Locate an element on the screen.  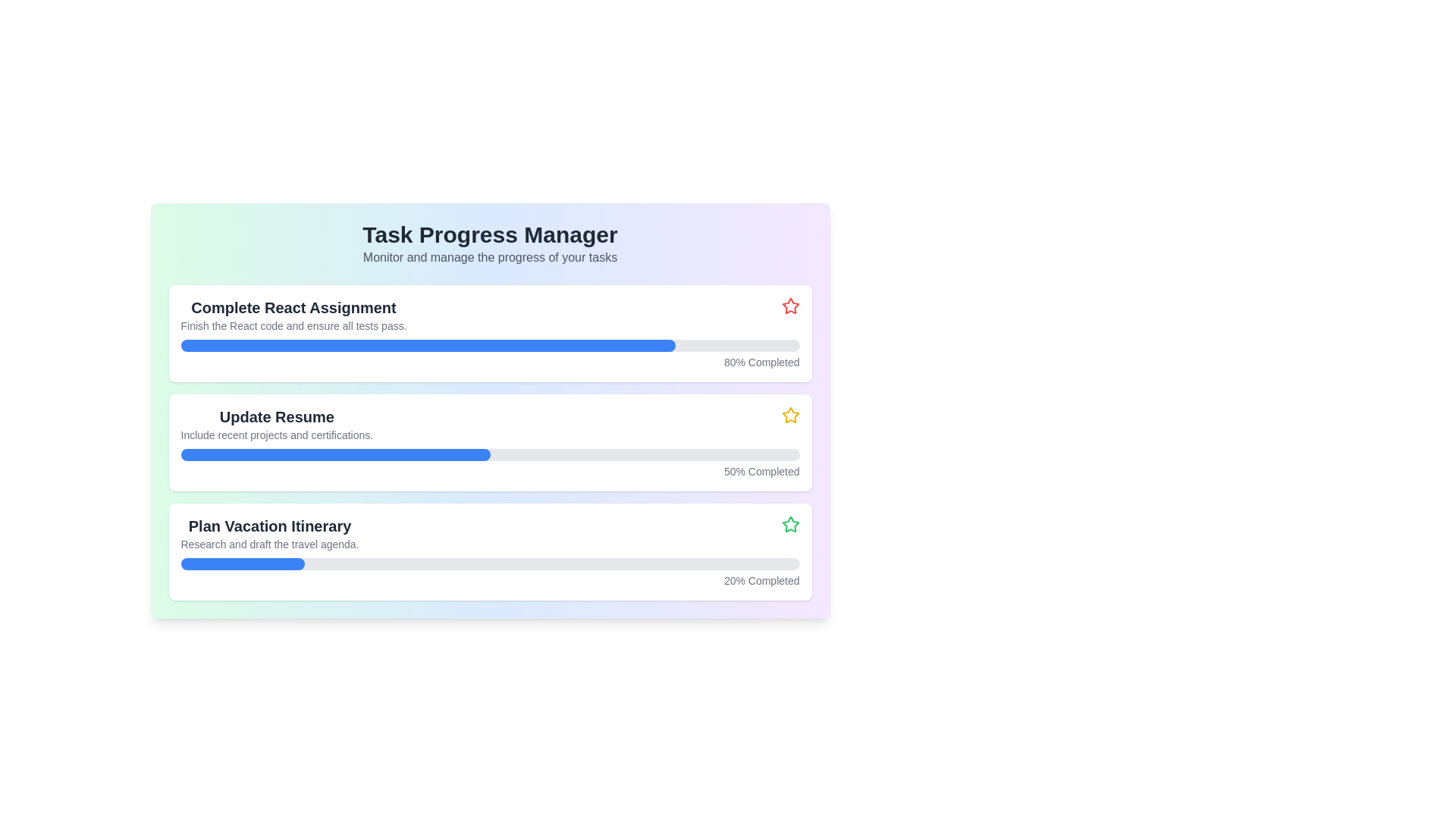
the static text element that displays 'Monitor and manage the progress of your tasks', located immediately below the 'Task Progress Manager' heading is located at coordinates (490, 256).